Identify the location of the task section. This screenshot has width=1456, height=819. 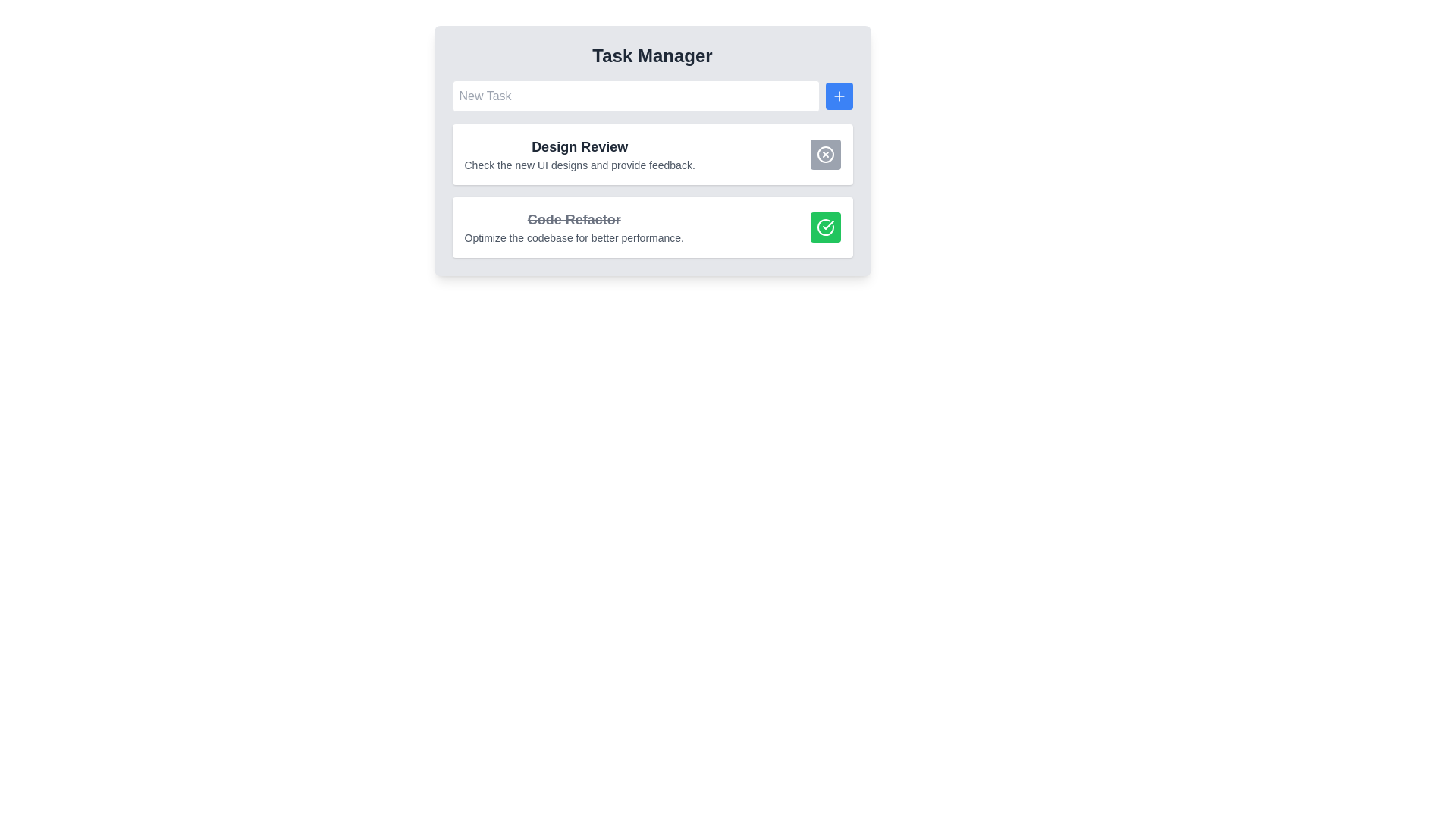
(579, 146).